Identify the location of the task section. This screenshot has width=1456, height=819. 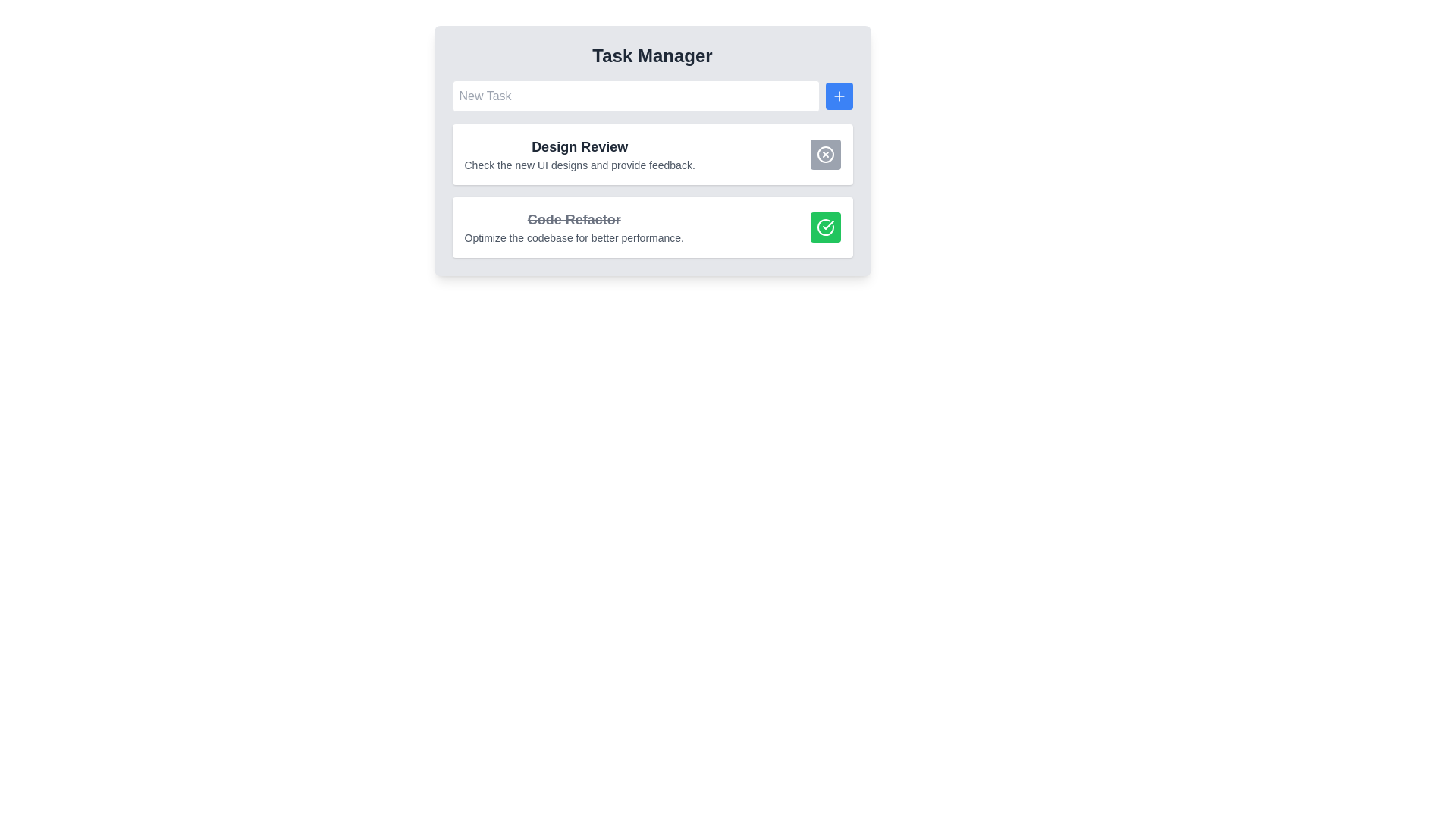
(579, 146).